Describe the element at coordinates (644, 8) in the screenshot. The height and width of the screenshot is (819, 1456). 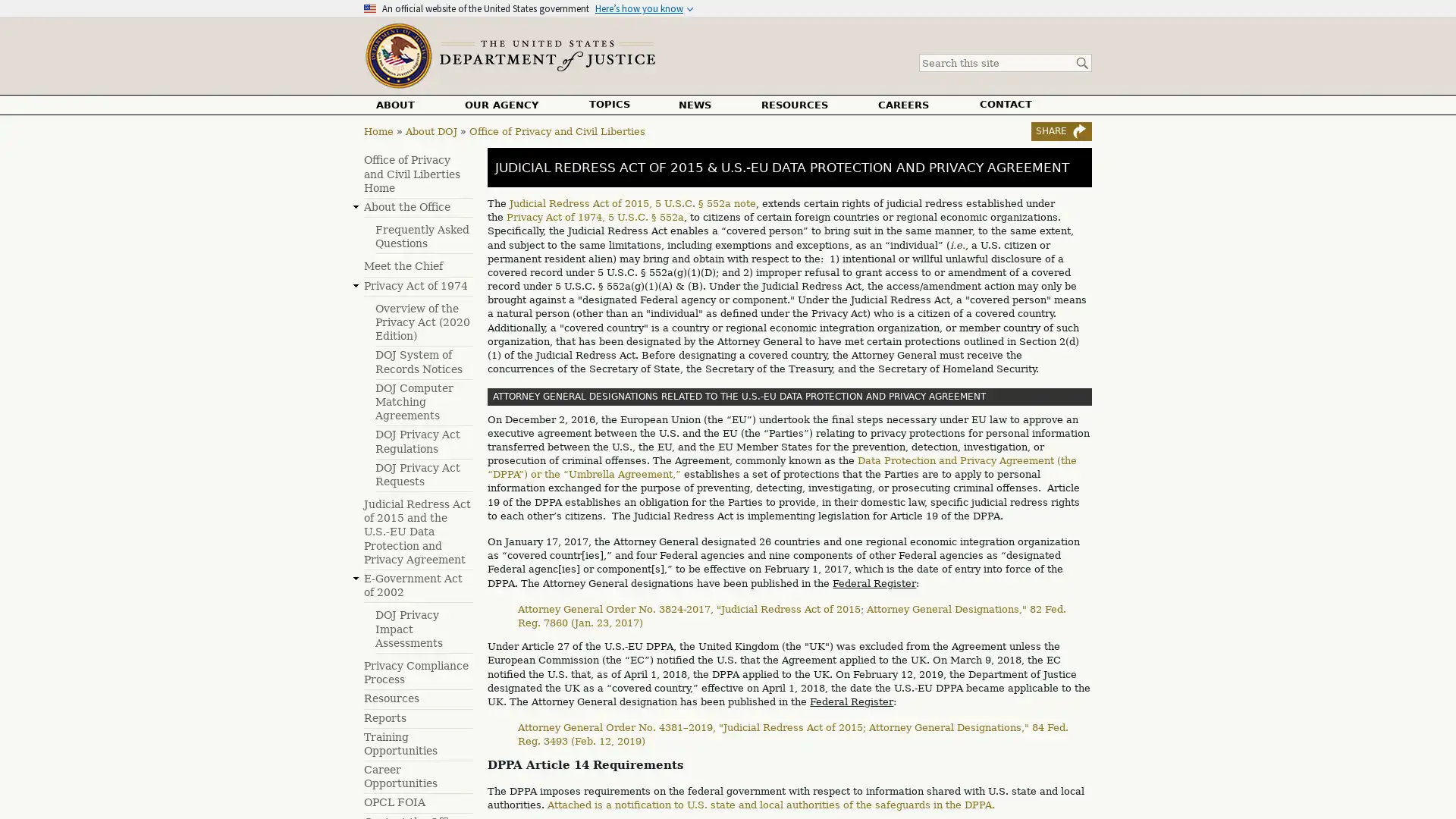
I see `Heres how you know` at that location.